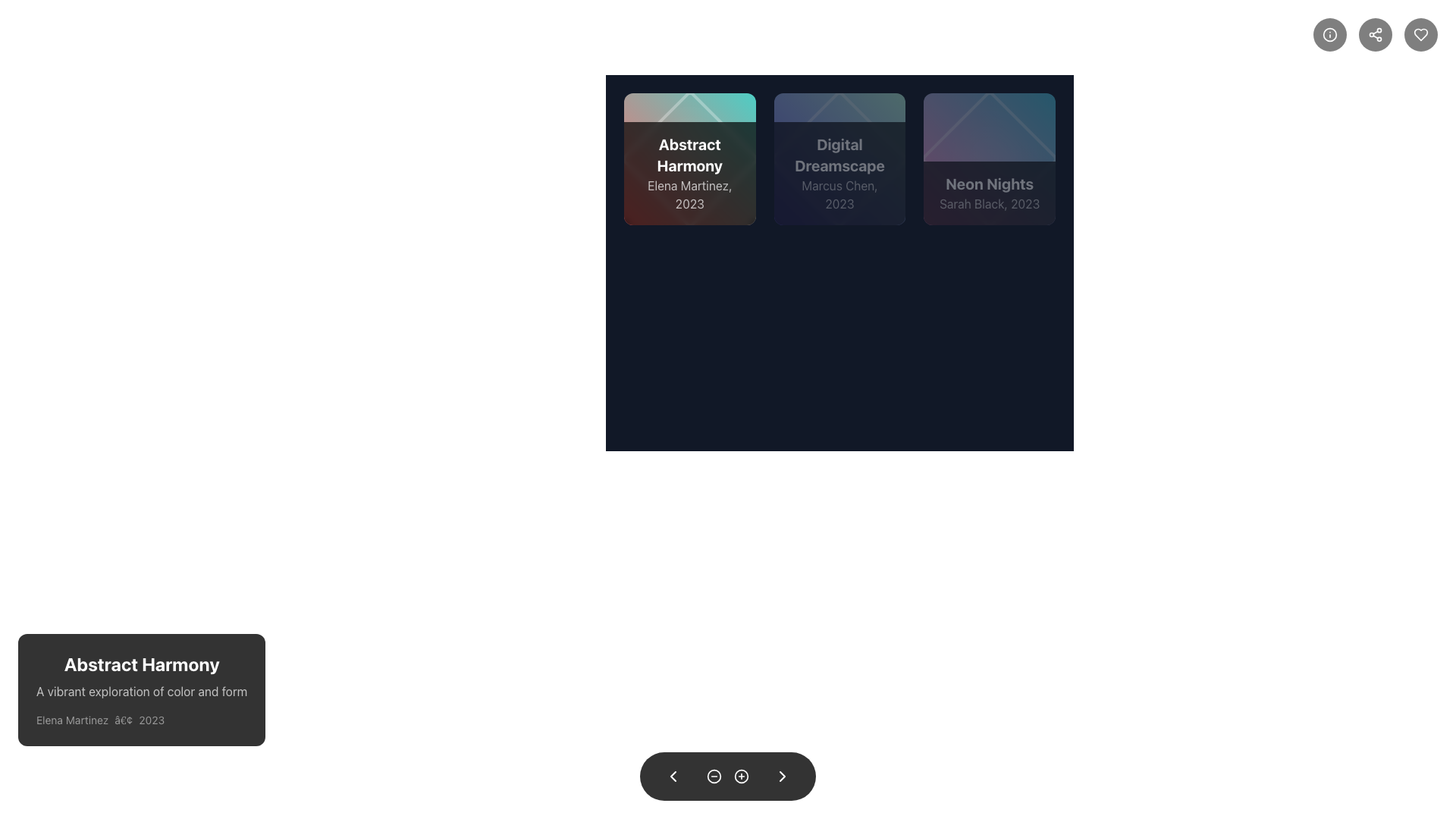  What do you see at coordinates (142, 691) in the screenshot?
I see `text content displayed in the text-based component that says 'A vibrant exploration of color and form', which is located below the title 'Abstract Harmony' and above the text 'Elena Martinez • 2023'` at bounding box center [142, 691].